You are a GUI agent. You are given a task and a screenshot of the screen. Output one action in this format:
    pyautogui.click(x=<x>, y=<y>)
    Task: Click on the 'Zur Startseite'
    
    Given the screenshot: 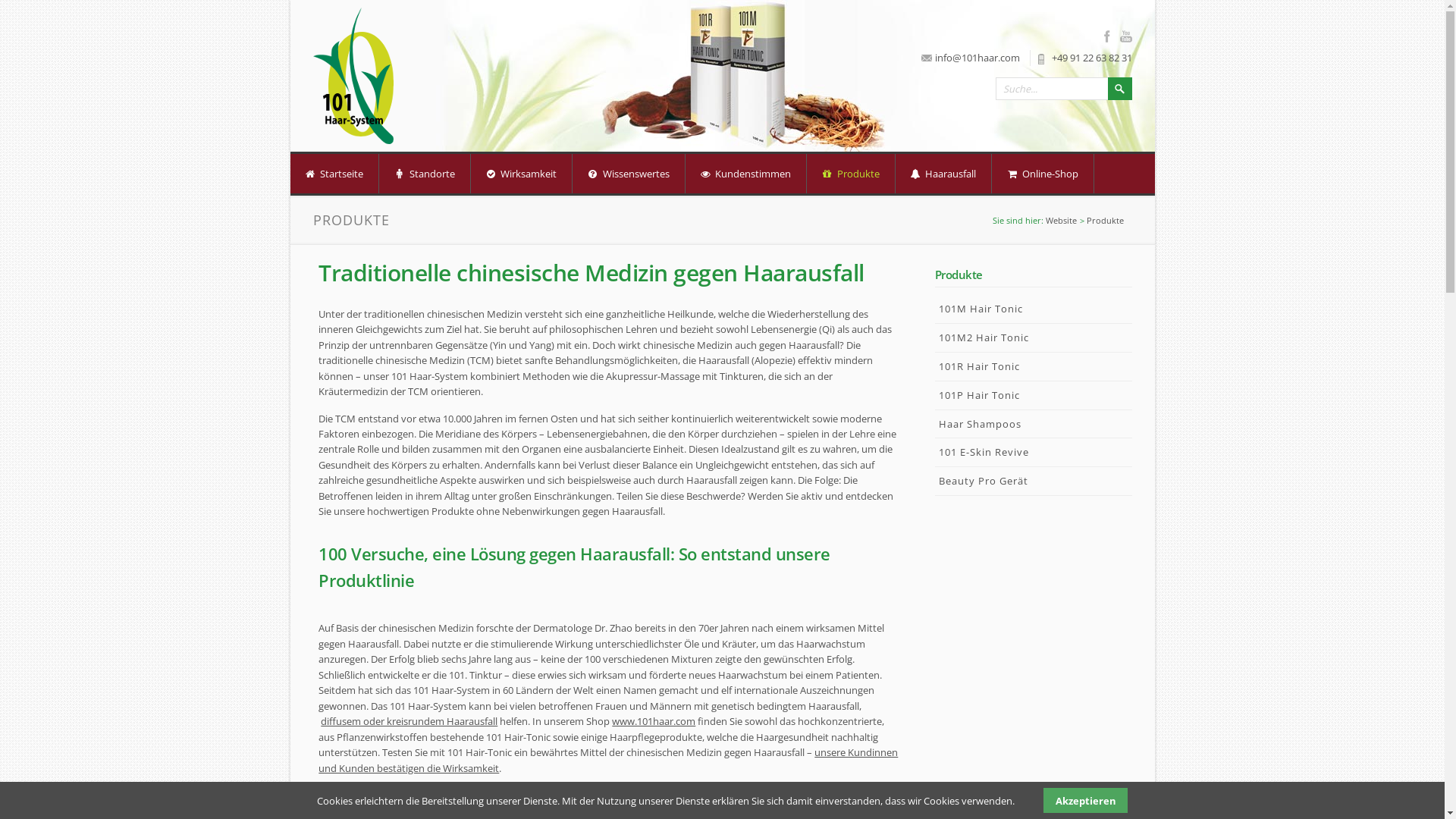 What is the action you would take?
    pyautogui.click(x=352, y=76)
    